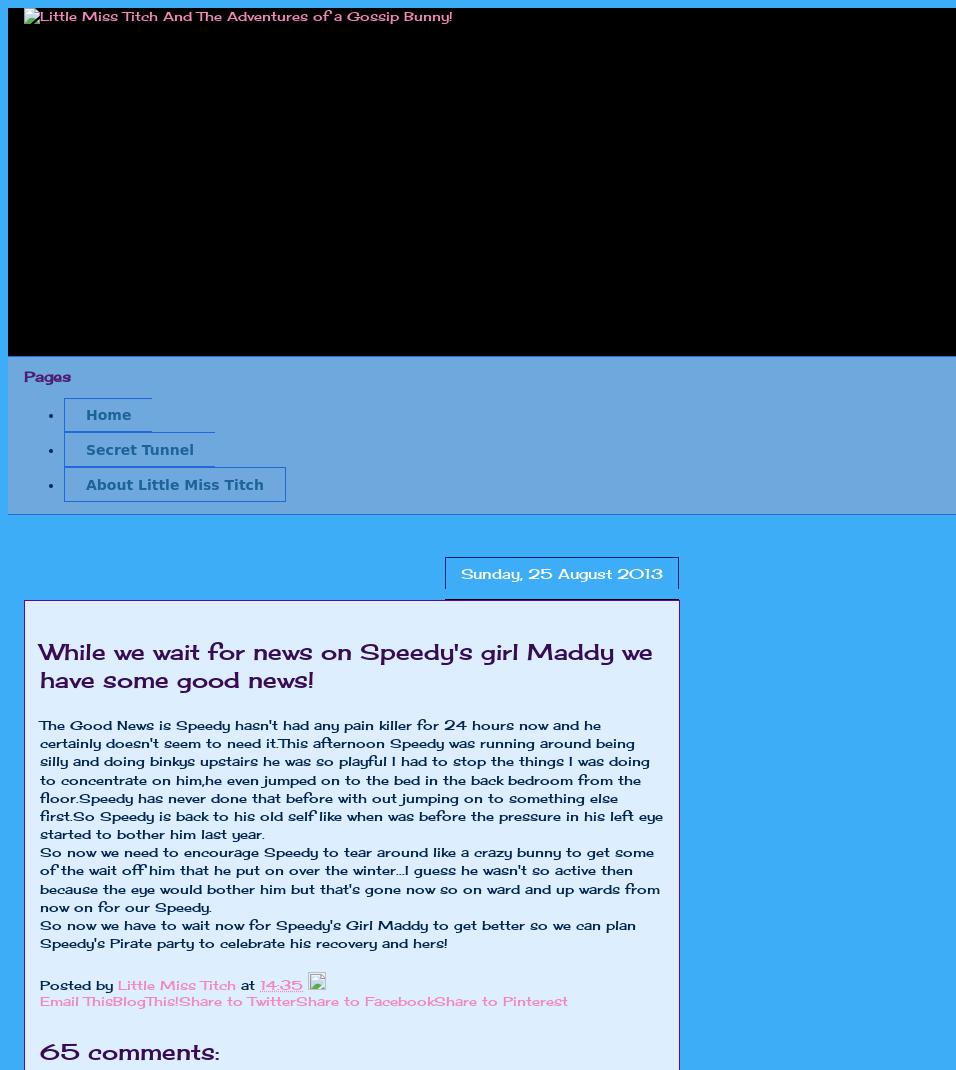 Image resolution: width=956 pixels, height=1070 pixels. Describe the element at coordinates (280, 983) in the screenshot. I see `'14:35'` at that location.